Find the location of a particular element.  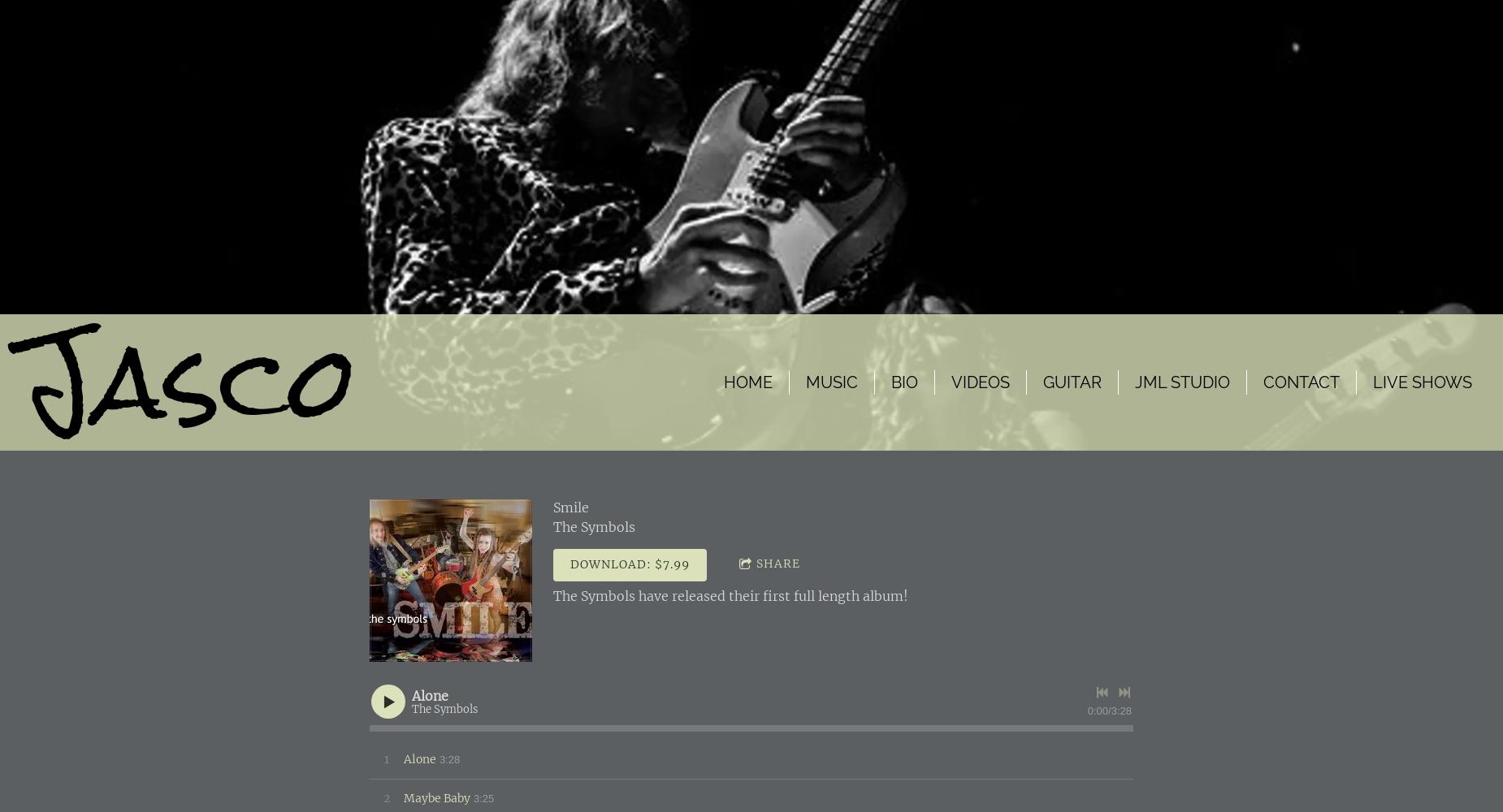

'Videos' is located at coordinates (979, 382).